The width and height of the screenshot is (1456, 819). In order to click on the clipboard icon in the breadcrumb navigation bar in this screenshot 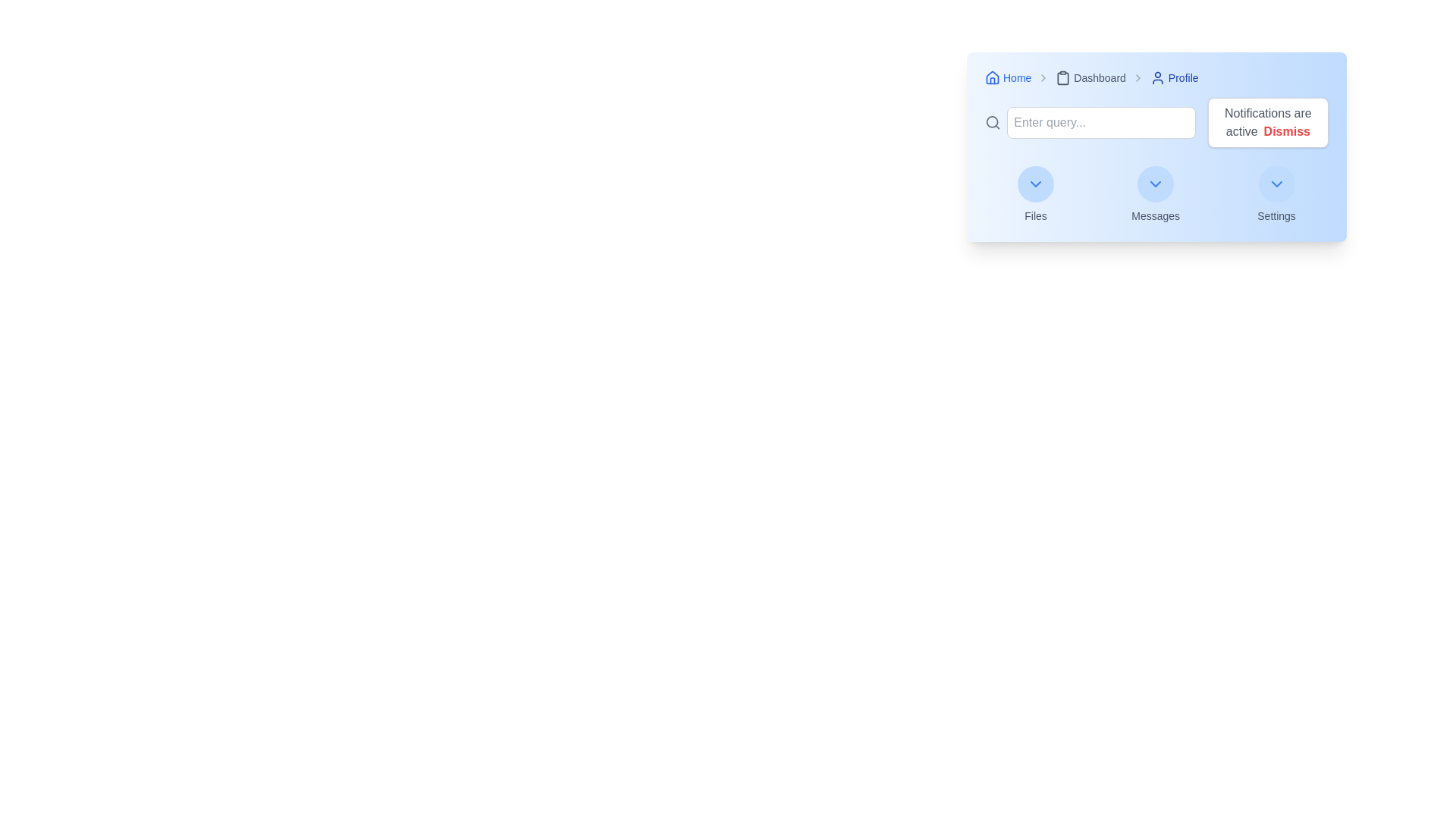, I will do `click(1062, 78)`.